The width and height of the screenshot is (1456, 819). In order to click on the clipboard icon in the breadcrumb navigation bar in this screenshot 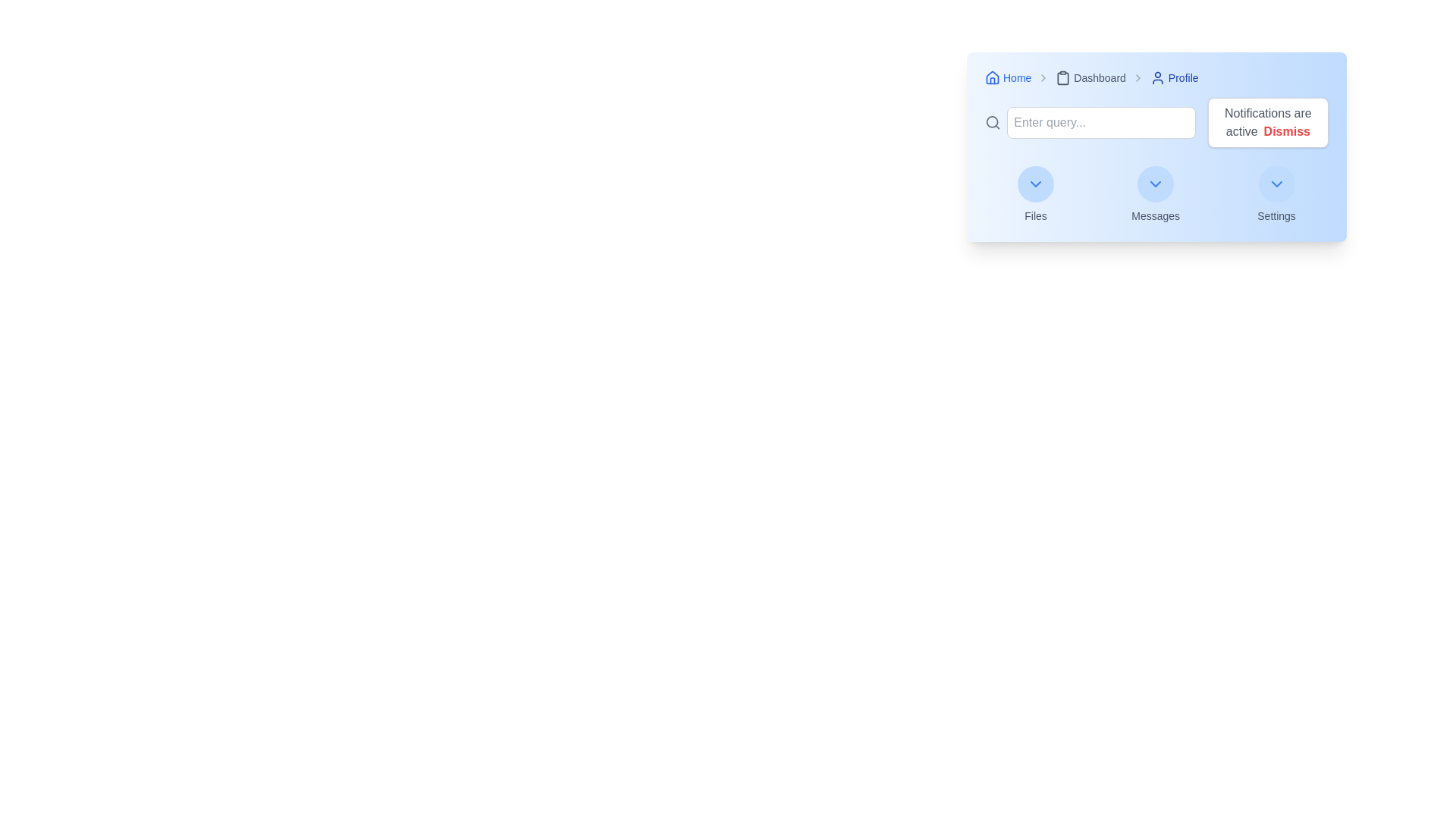, I will do `click(1062, 78)`.